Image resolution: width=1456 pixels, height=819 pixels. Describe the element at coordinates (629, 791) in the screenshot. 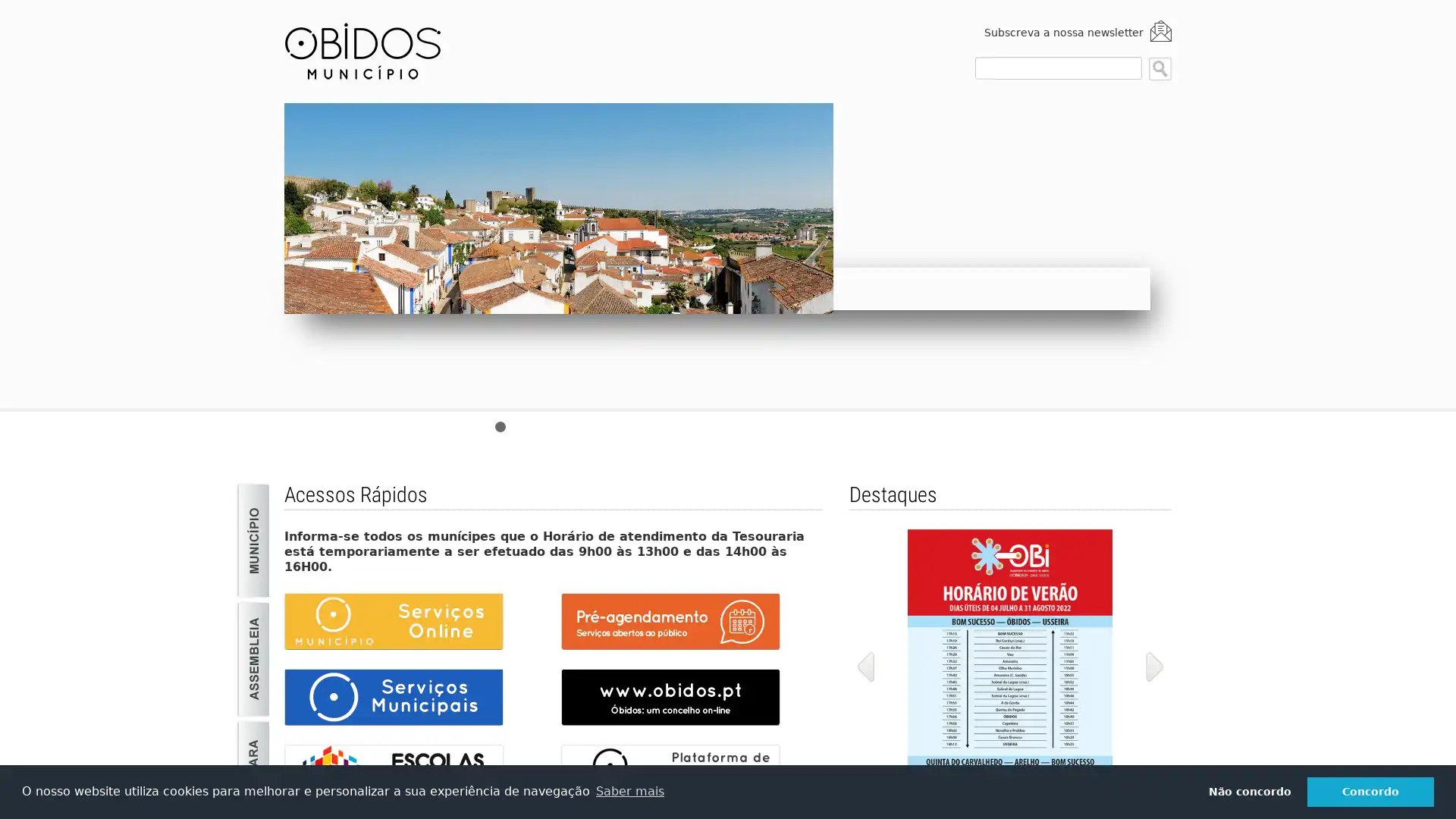

I see `learn more about cookies` at that location.